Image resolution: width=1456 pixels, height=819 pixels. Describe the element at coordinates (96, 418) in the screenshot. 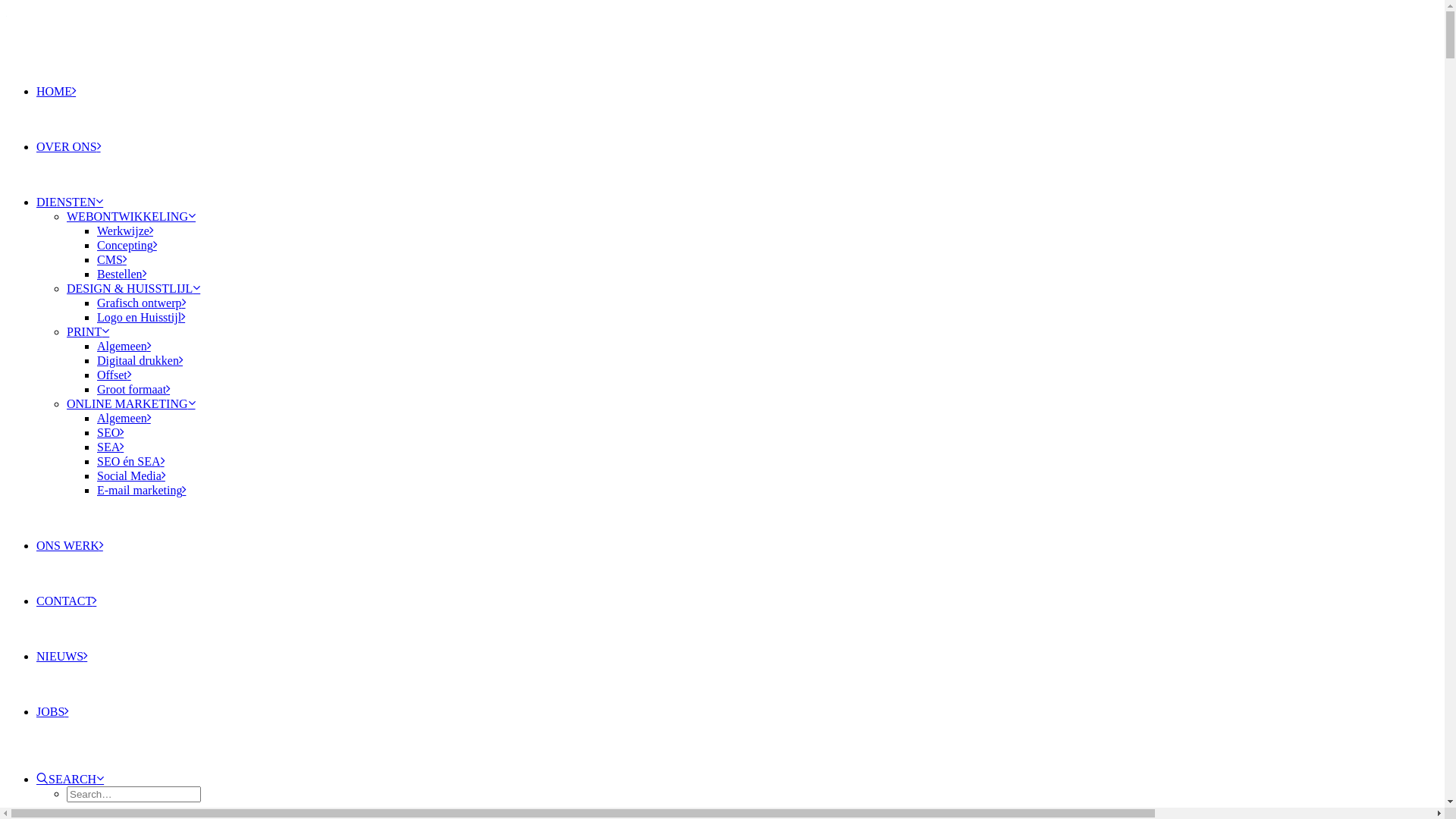

I see `'Algemeen'` at that location.